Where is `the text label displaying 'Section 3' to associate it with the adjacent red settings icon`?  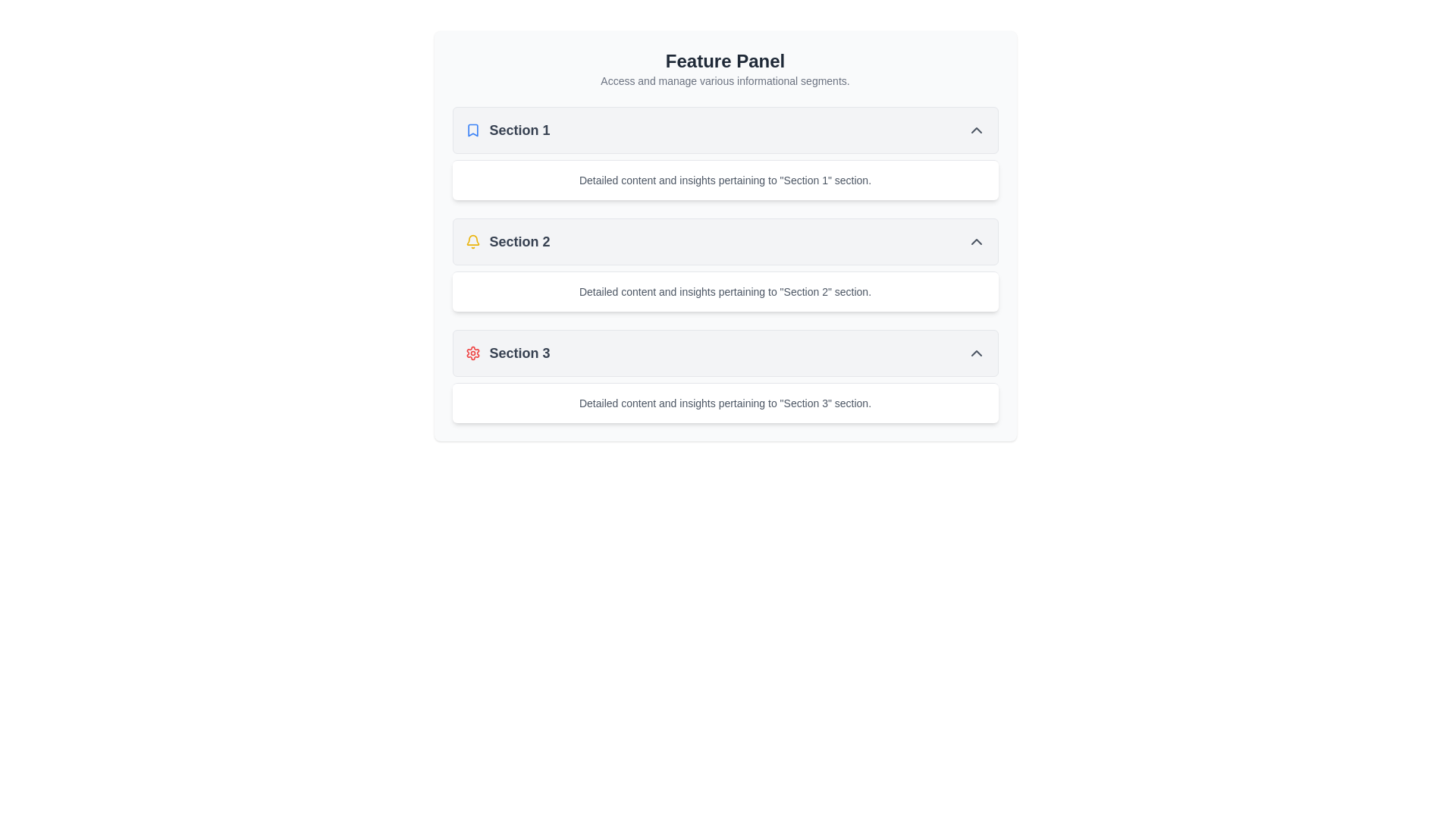 the text label displaying 'Section 3' to associate it with the adjacent red settings icon is located at coordinates (519, 353).